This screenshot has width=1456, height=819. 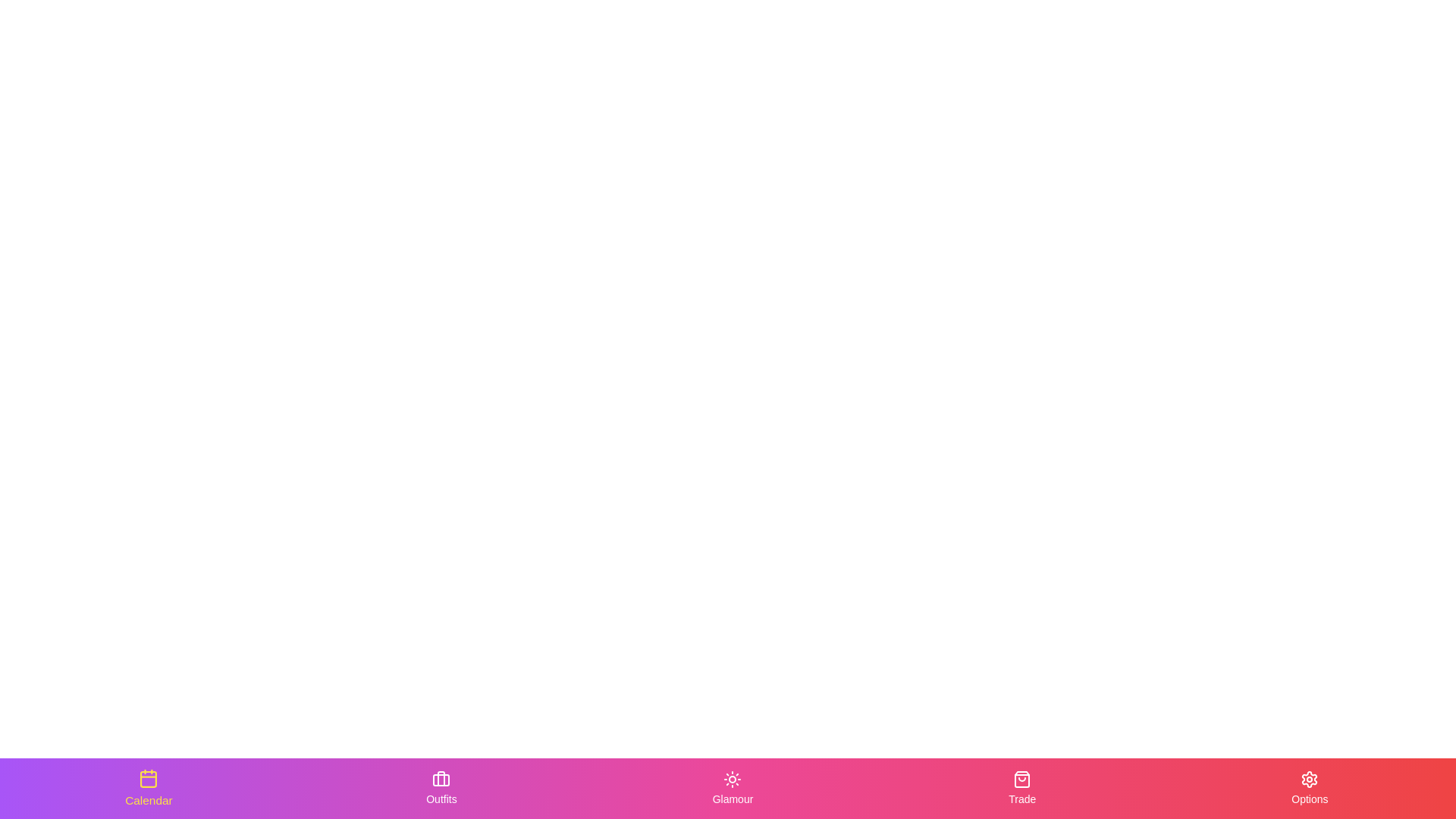 I want to click on the tab labeled Glamour to observe its hover effect, so click(x=733, y=788).